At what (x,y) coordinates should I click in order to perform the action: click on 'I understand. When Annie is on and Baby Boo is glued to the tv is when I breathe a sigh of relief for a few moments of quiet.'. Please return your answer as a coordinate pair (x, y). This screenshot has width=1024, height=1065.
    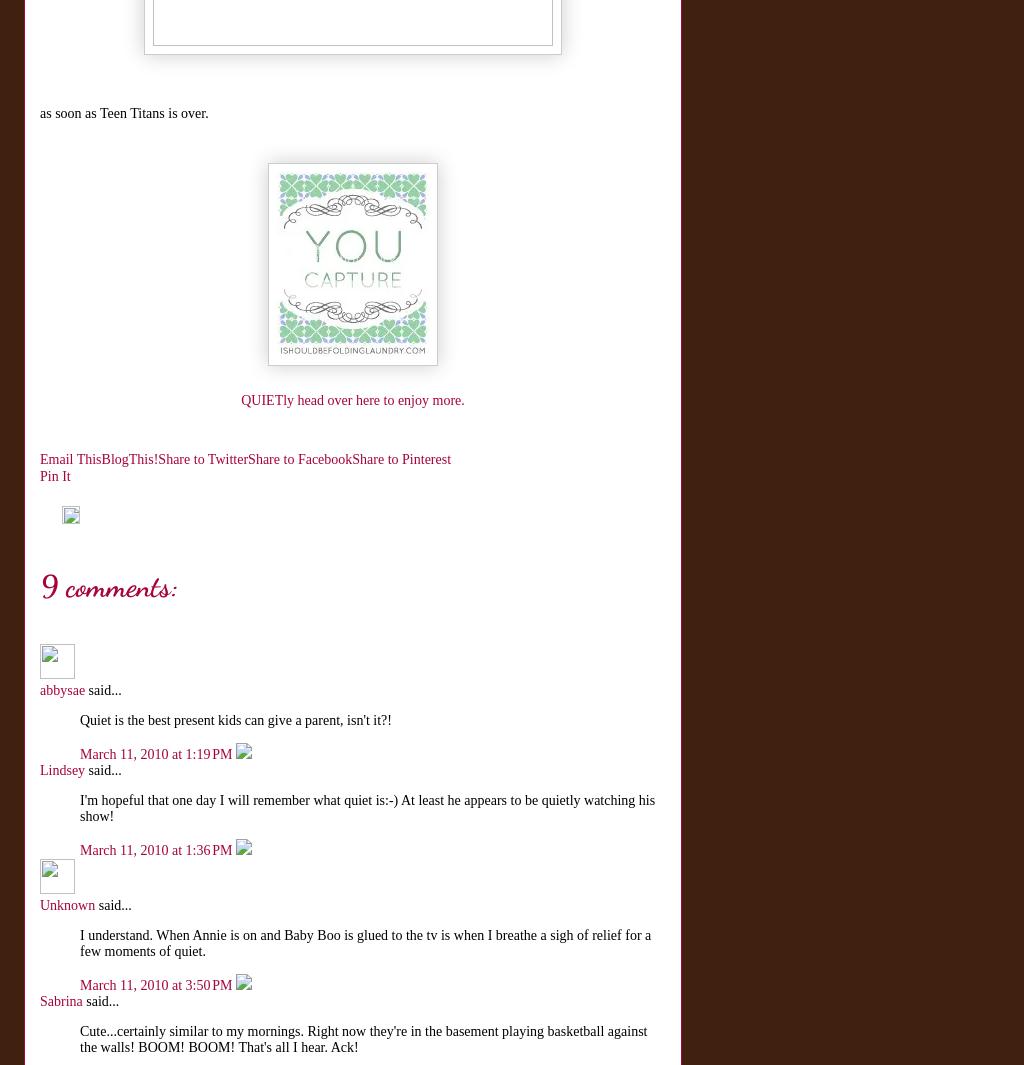
    Looking at the image, I should click on (365, 943).